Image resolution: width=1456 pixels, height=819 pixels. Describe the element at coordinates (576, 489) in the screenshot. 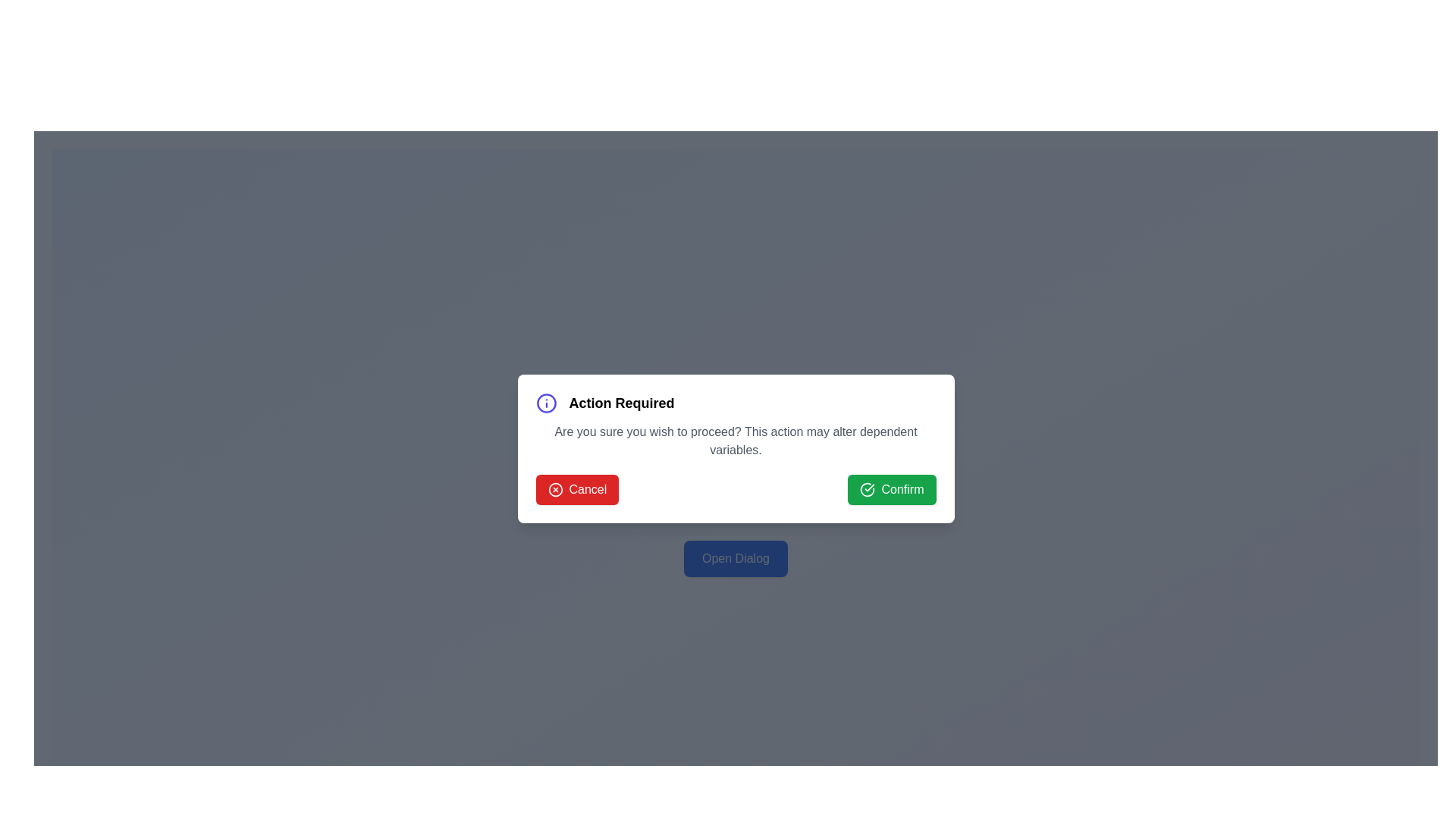

I see `the 'Cancel' button located at the bottom left of the pop-up dialog box for keyboard interaction` at that location.